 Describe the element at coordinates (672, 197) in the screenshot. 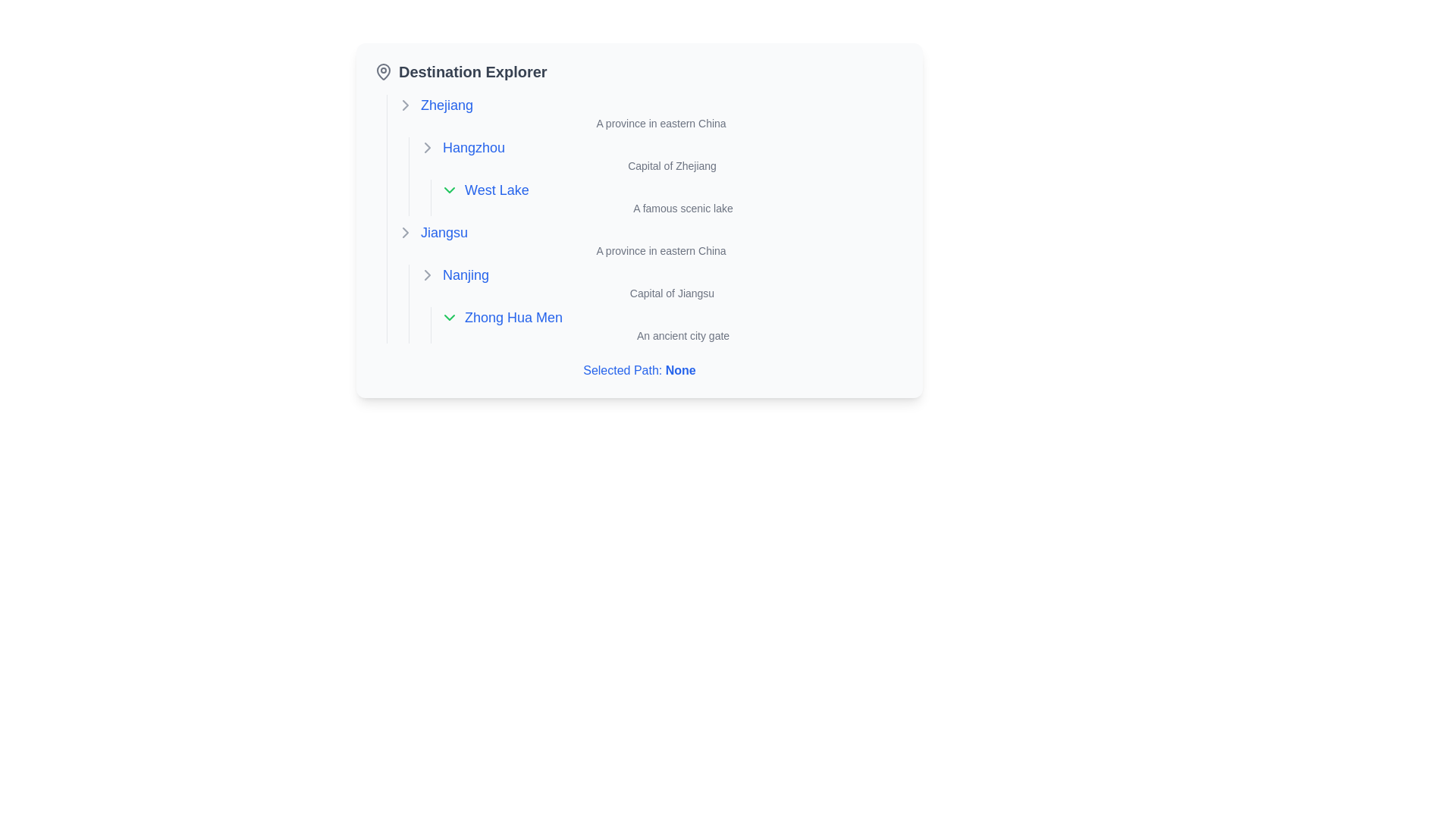

I see `description text of the Composite text block containing the hyperlink 'West Lake' and the description 'A famous scenic lake', located within the 'Destination Explorer' tree view under 'Hangzhou'` at that location.